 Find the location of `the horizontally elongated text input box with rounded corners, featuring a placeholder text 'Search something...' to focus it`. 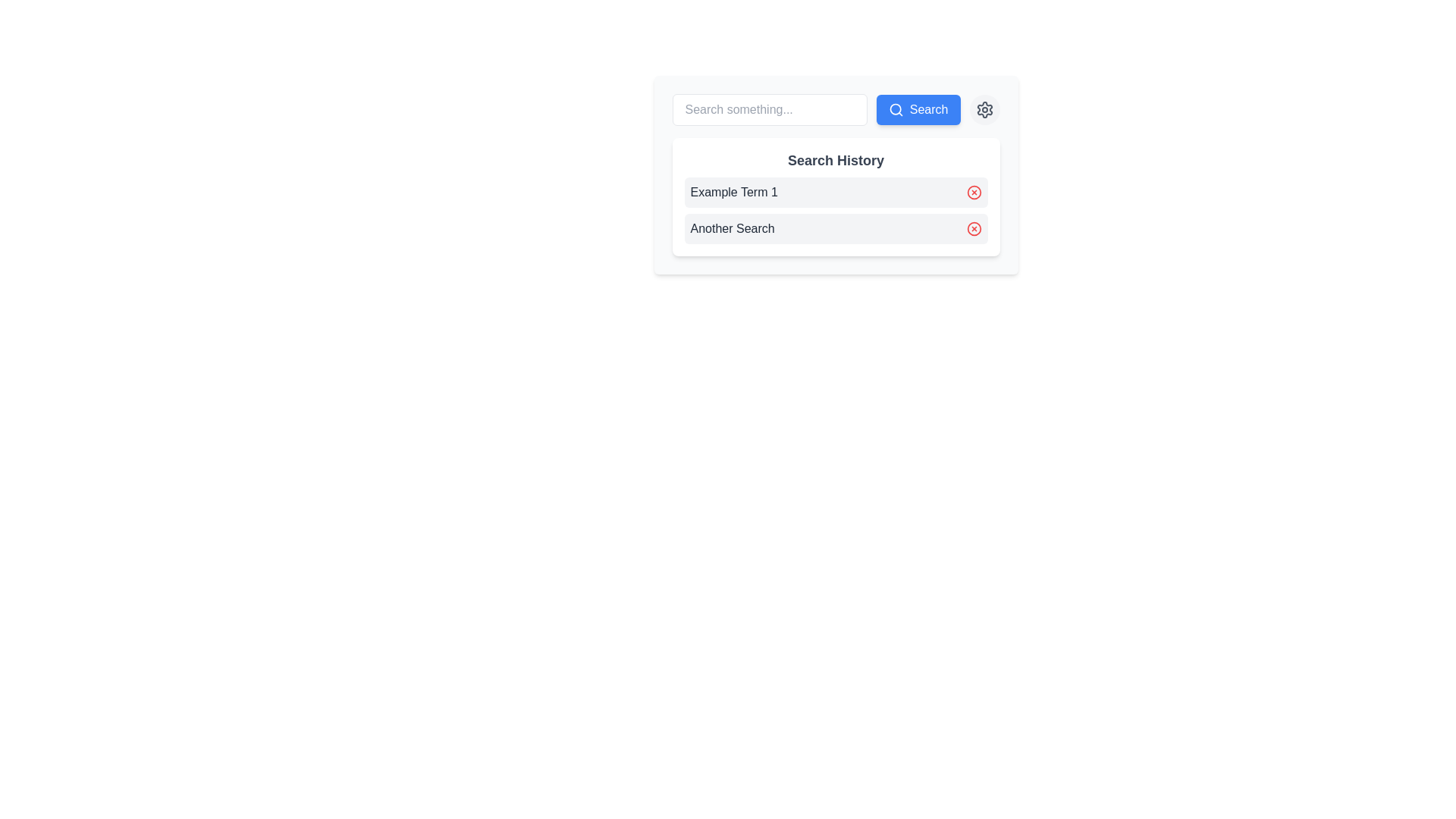

the horizontally elongated text input box with rounded corners, featuring a placeholder text 'Search something...' to focus it is located at coordinates (769, 109).